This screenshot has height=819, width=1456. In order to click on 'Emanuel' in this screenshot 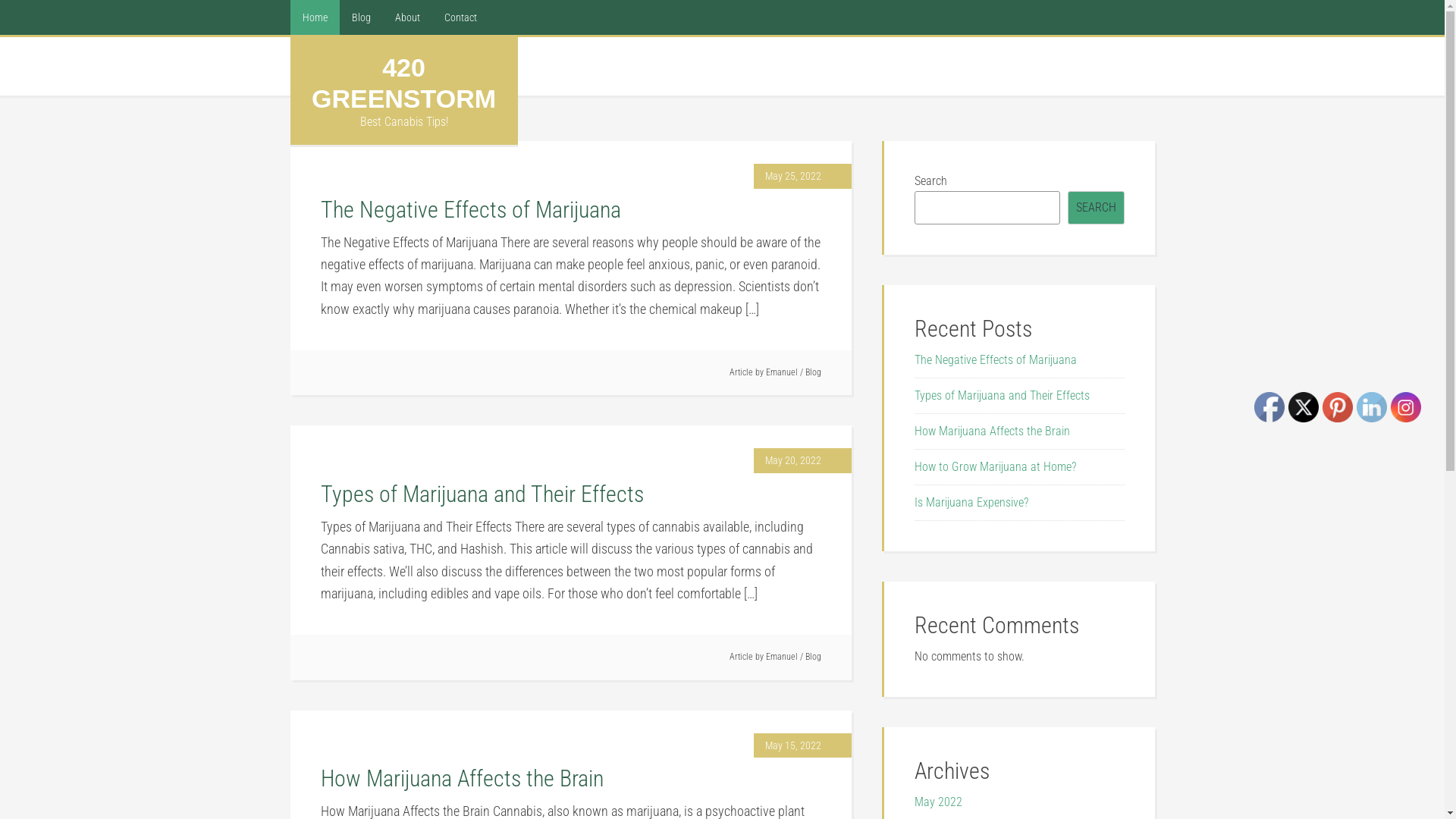, I will do `click(782, 372)`.